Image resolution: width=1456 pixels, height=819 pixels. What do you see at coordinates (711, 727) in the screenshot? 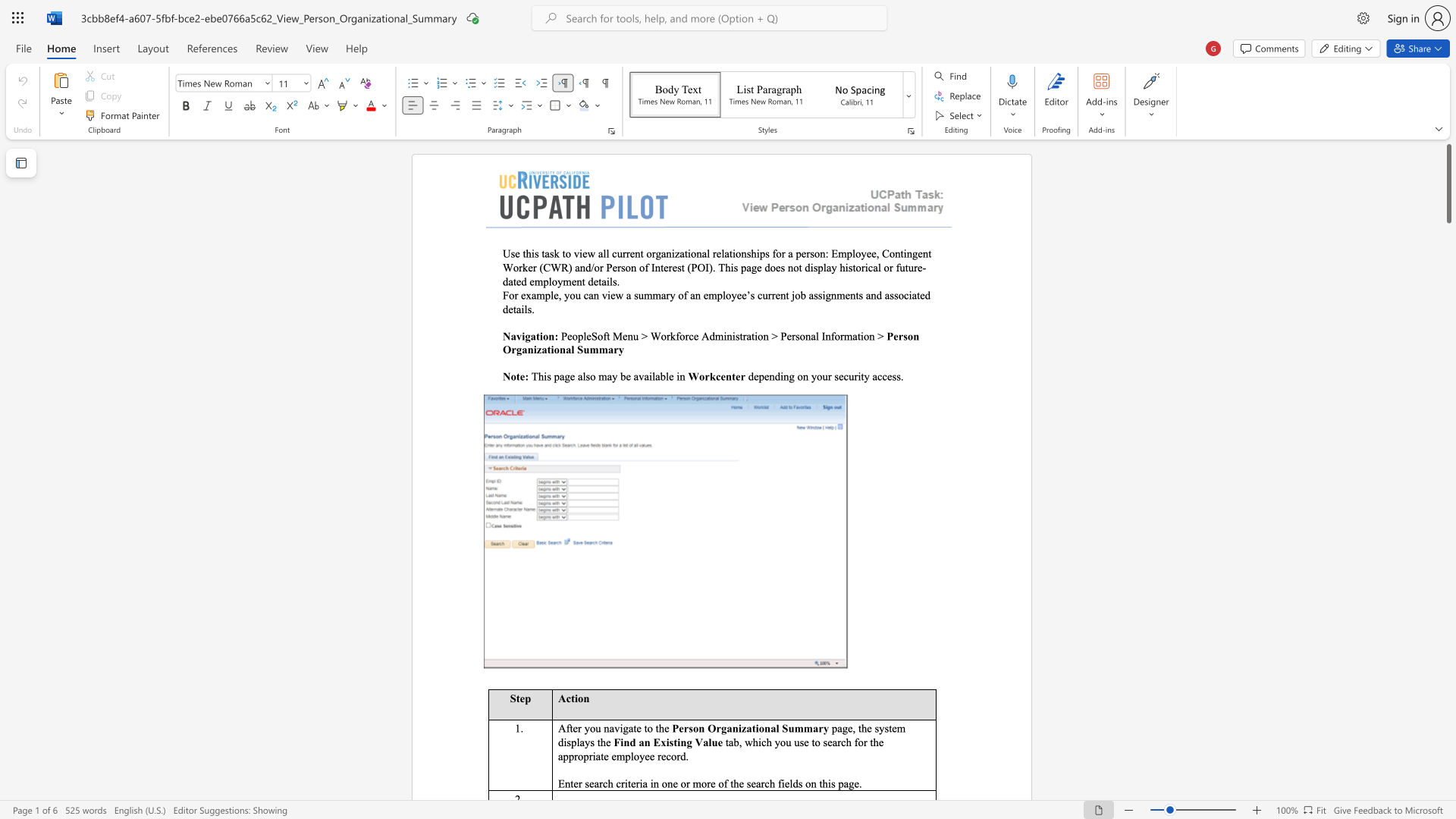
I see `the 1th character "O" in the text` at bounding box center [711, 727].